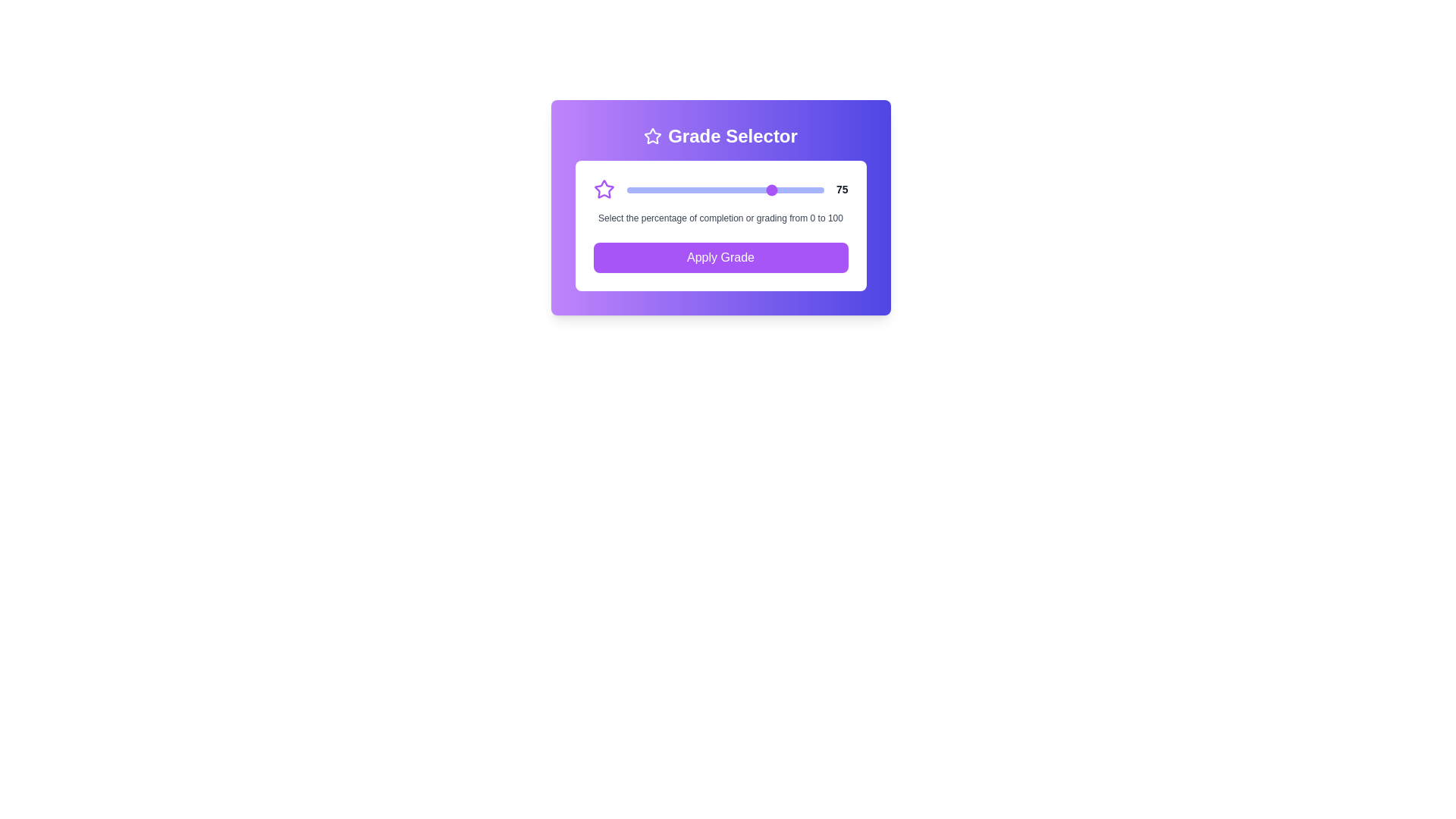  I want to click on the slider, so click(739, 189).